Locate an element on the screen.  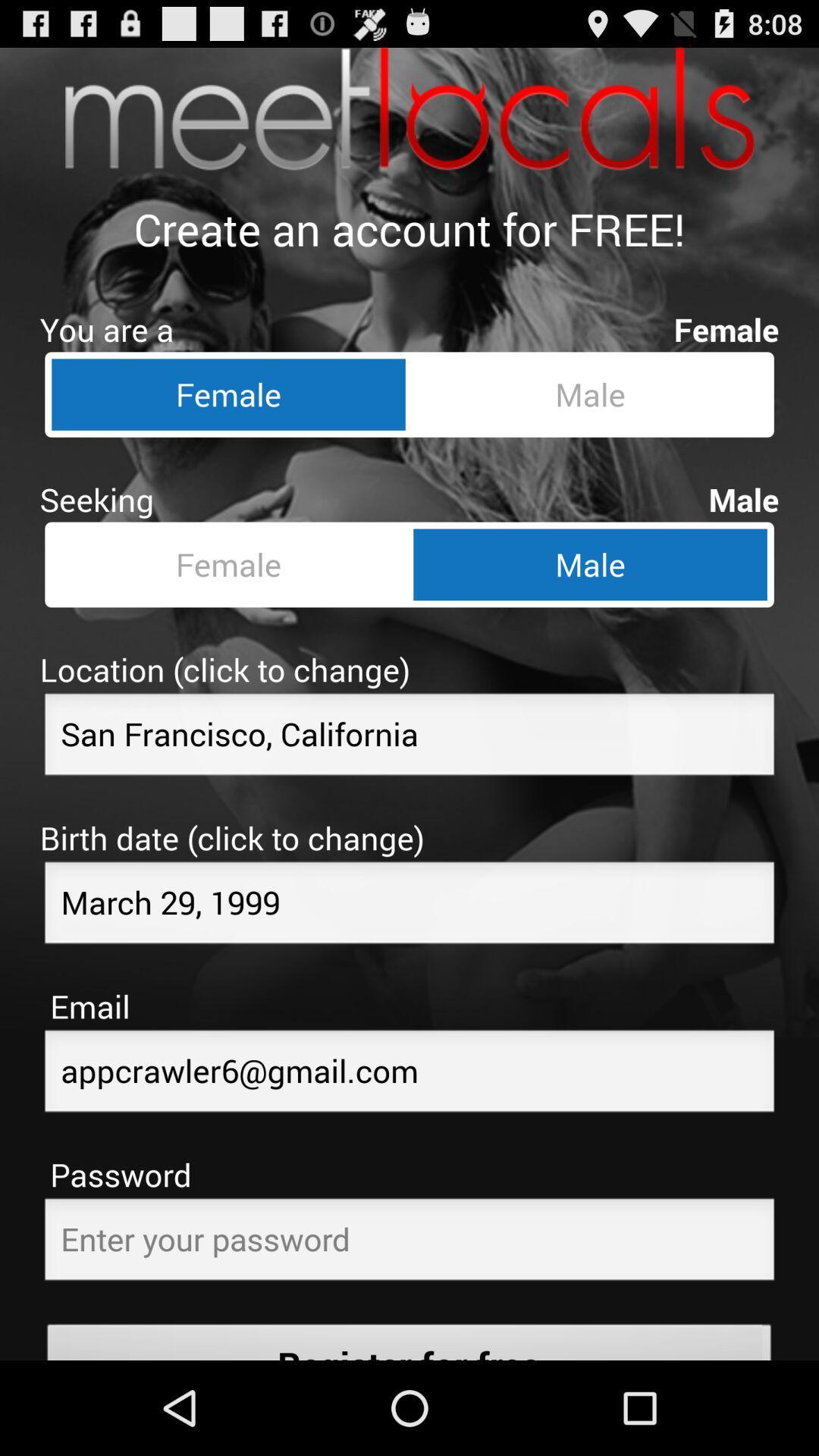
a password is located at coordinates (409, 1244).